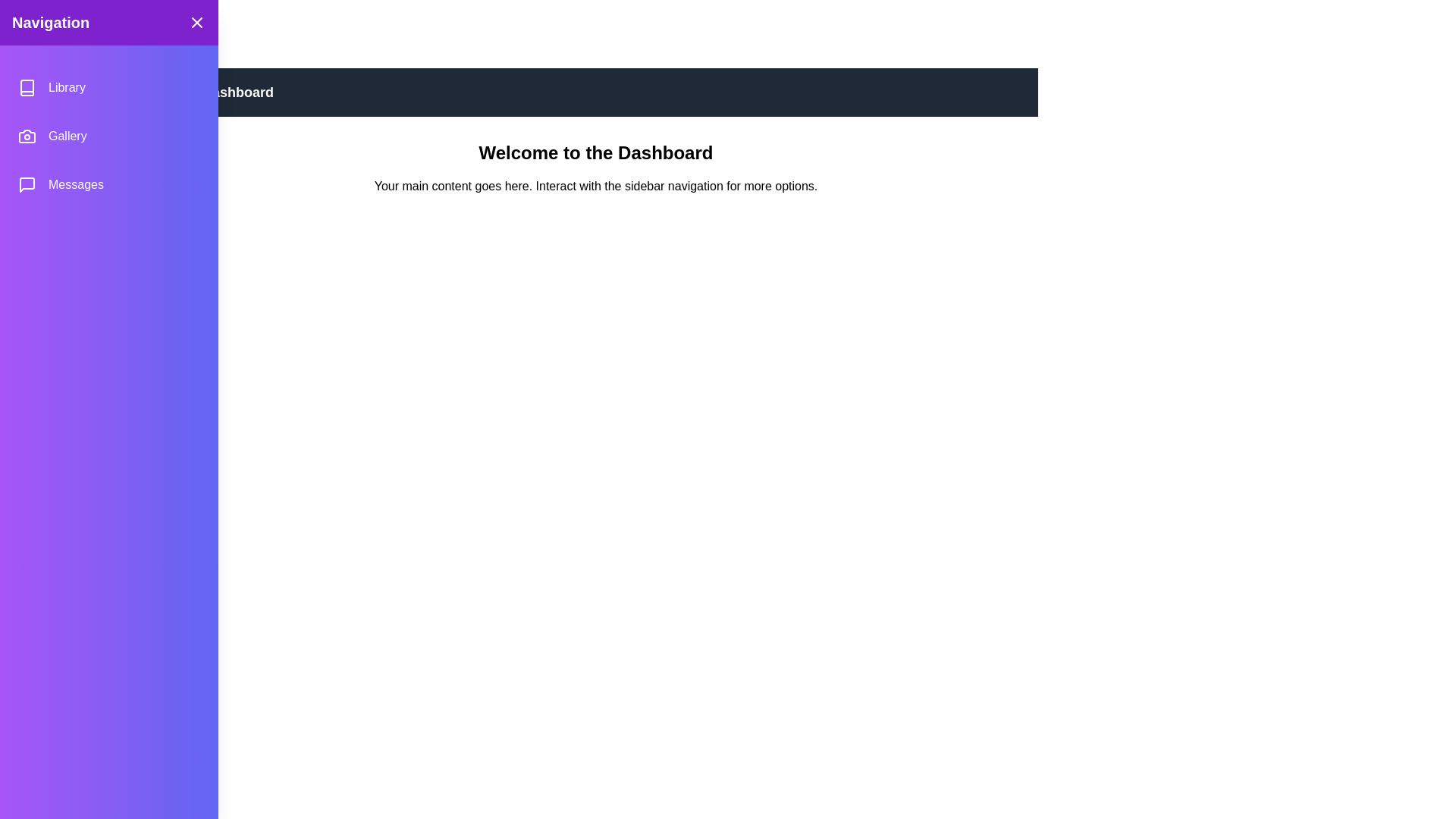  I want to click on heading text 'Welcome to the Dashboard' which is prominently displayed in bold and large size, located at the upper-middle section of the main content area, directly under the navigation header, so click(595, 152).